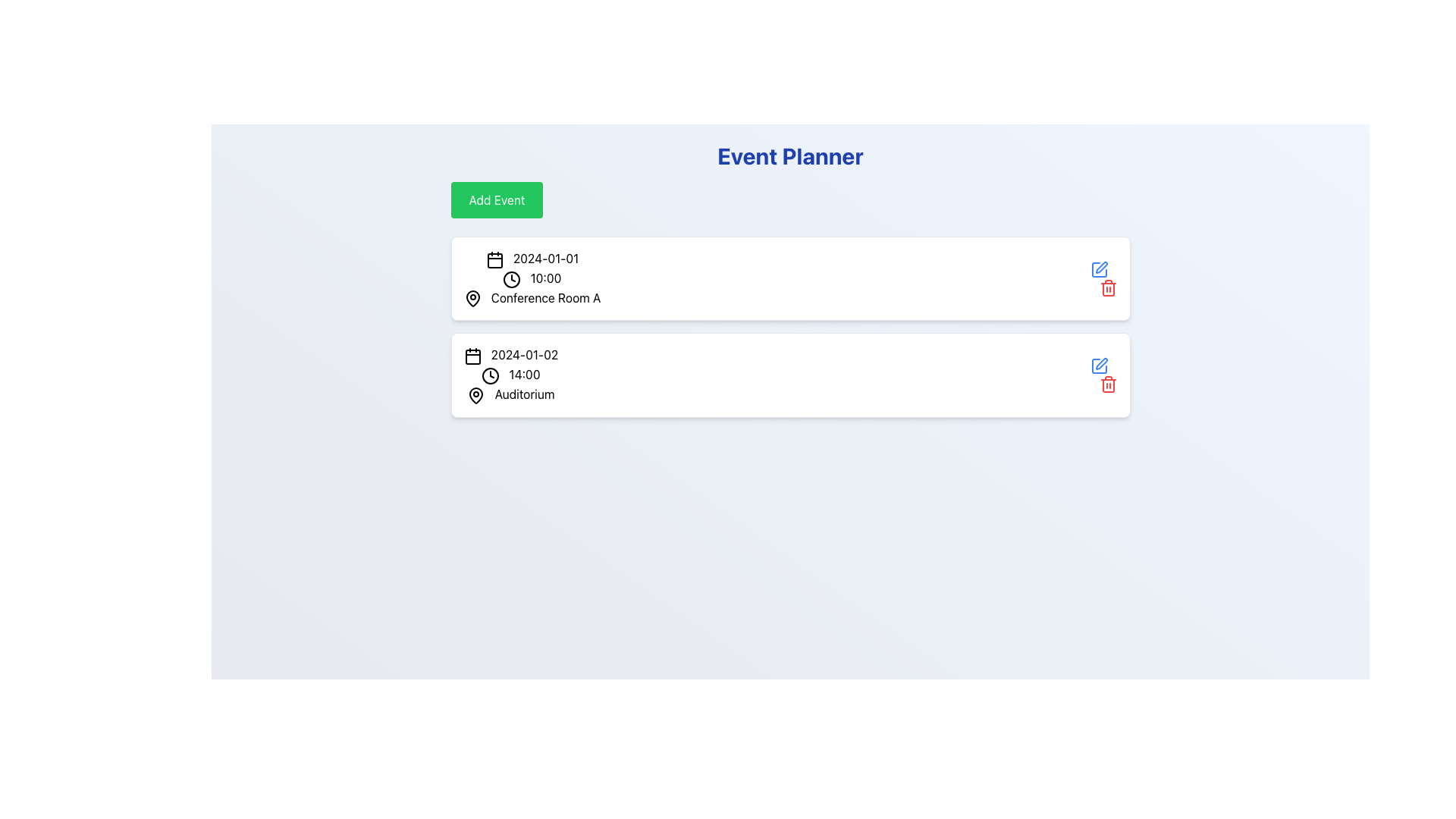 This screenshot has width=1456, height=819. I want to click on the rectangular graphic with a white background and rounded corners that is part of the calendar icon for the event scheduled on 2024-01-02, so click(472, 357).